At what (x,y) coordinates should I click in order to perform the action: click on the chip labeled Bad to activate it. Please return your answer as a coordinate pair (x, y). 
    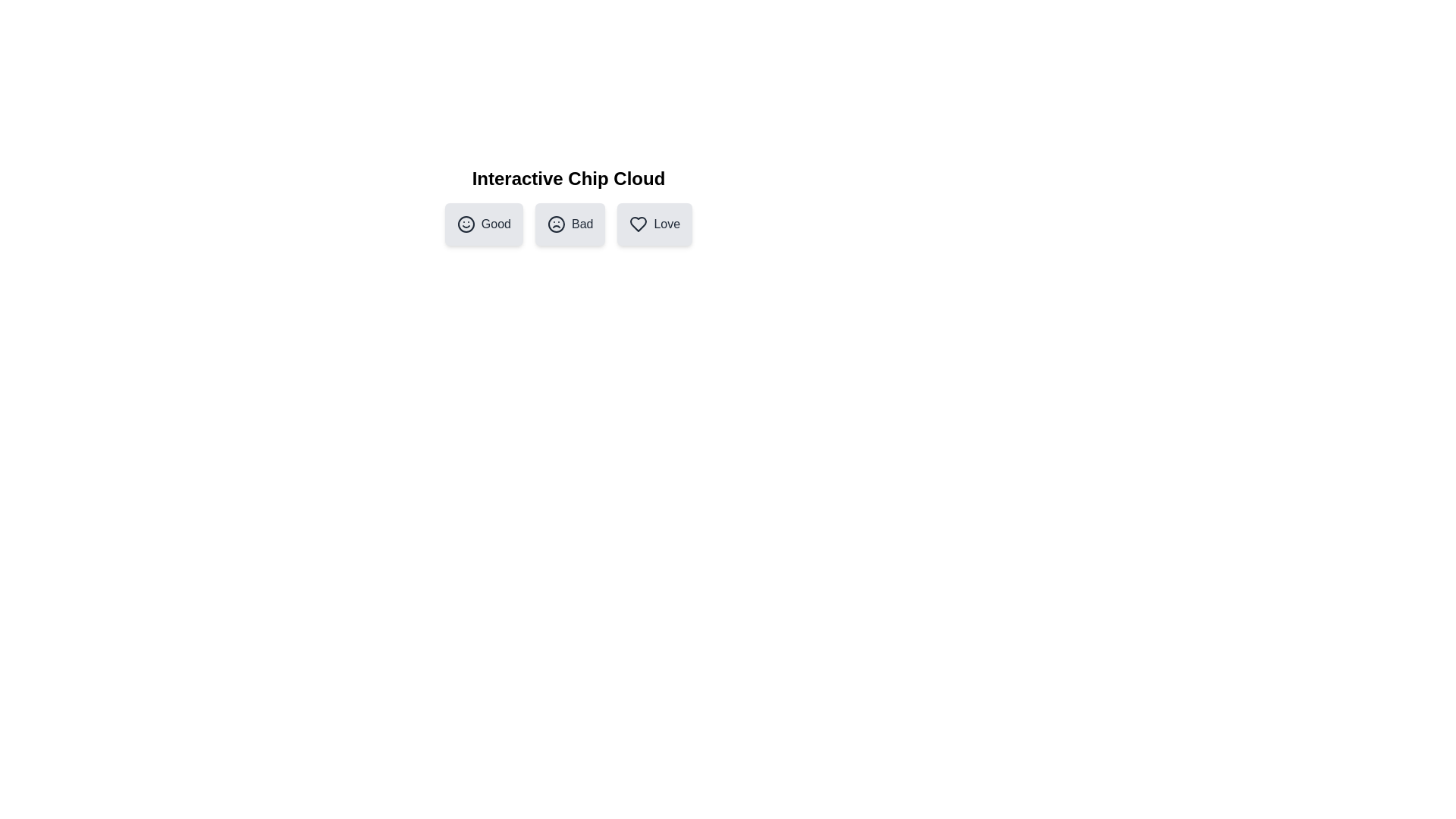
    Looking at the image, I should click on (570, 224).